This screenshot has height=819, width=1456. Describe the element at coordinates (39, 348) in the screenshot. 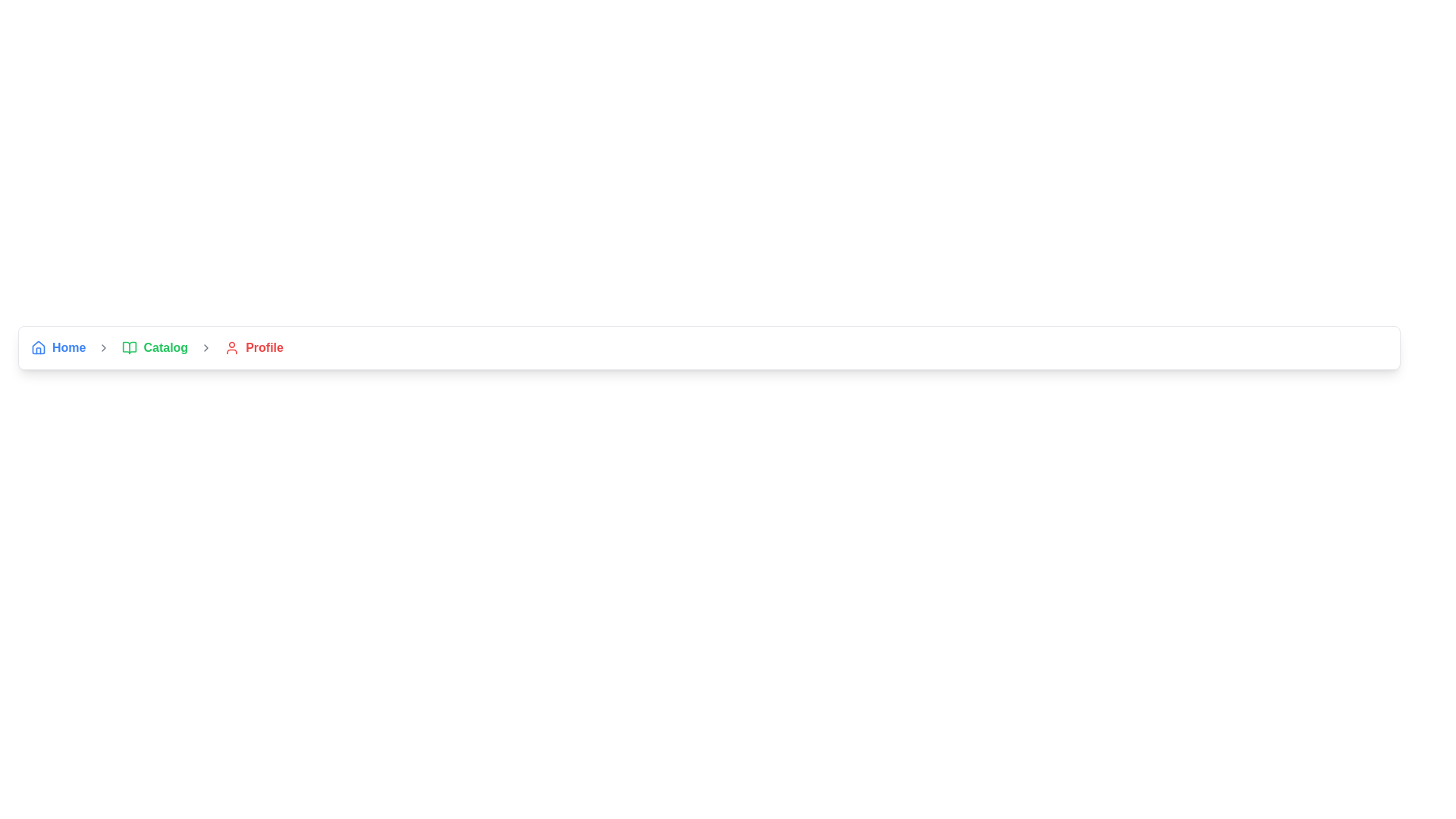

I see `the 'Home' icon located at the first position in the navigation bar` at that location.